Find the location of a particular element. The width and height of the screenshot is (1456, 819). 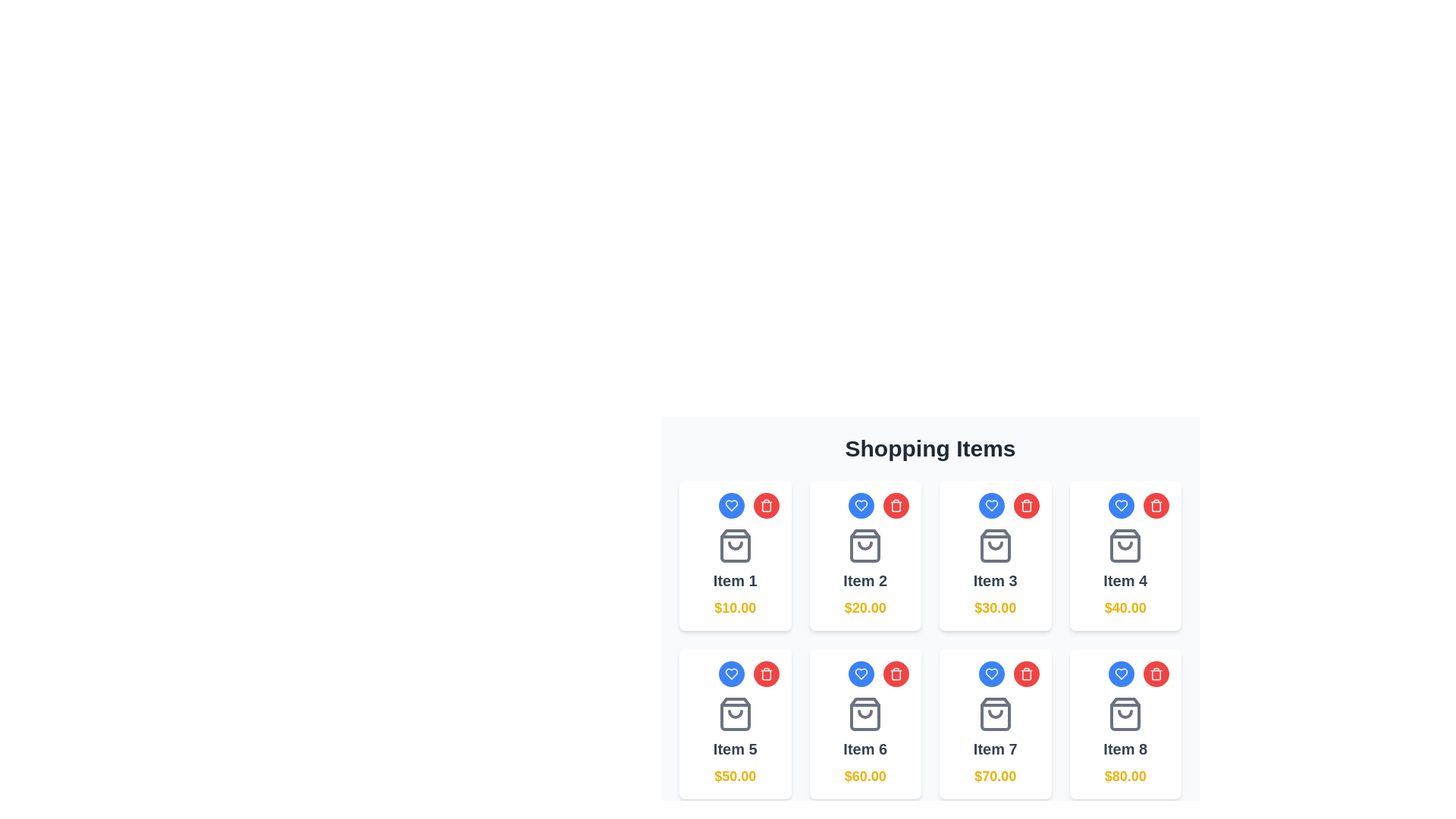

displayed price from the text label located below the 'Item 2' title in the shopping card for 'Item 2' is located at coordinates (865, 607).